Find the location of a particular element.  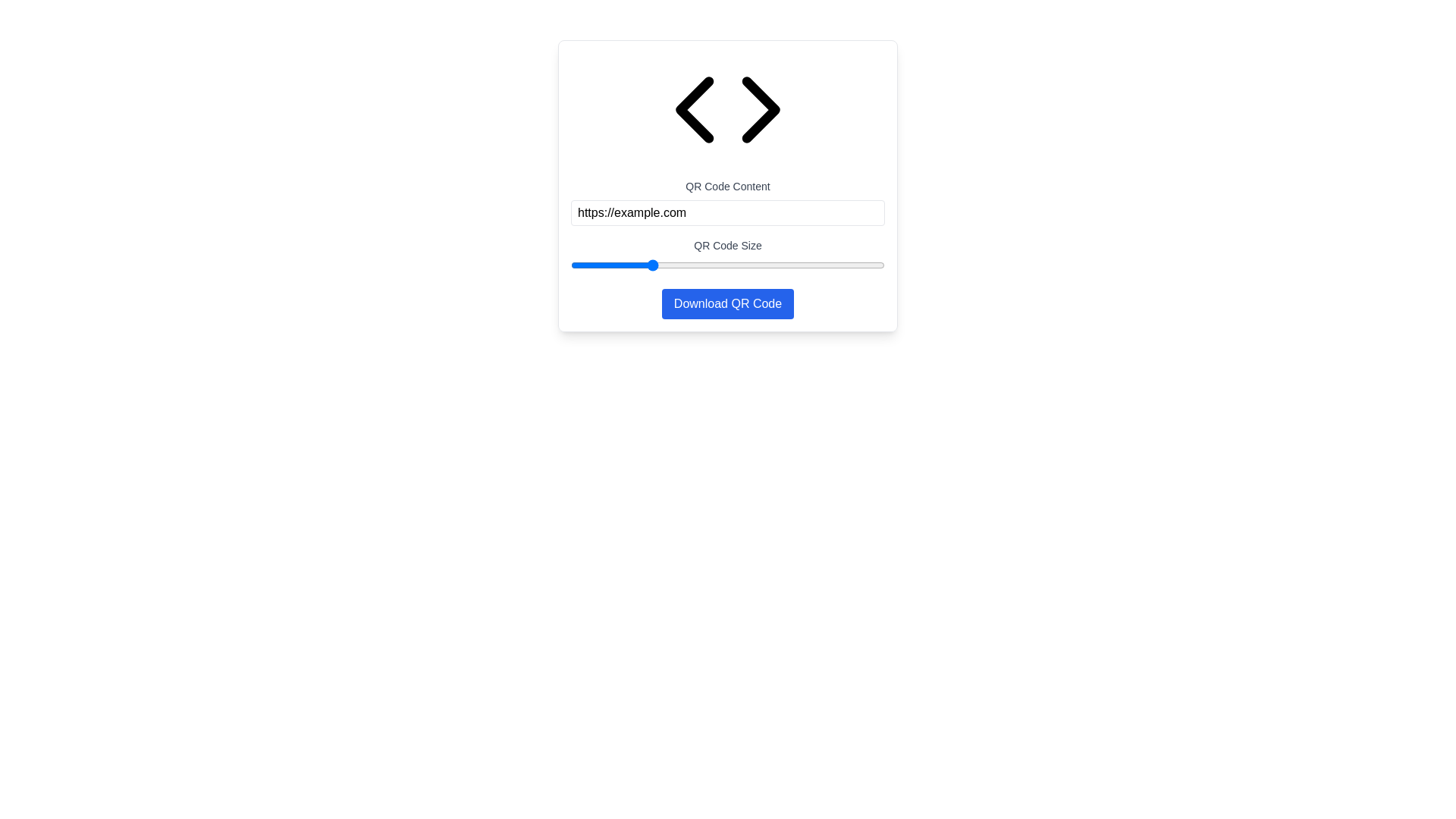

QR code size is located at coordinates (880, 265).